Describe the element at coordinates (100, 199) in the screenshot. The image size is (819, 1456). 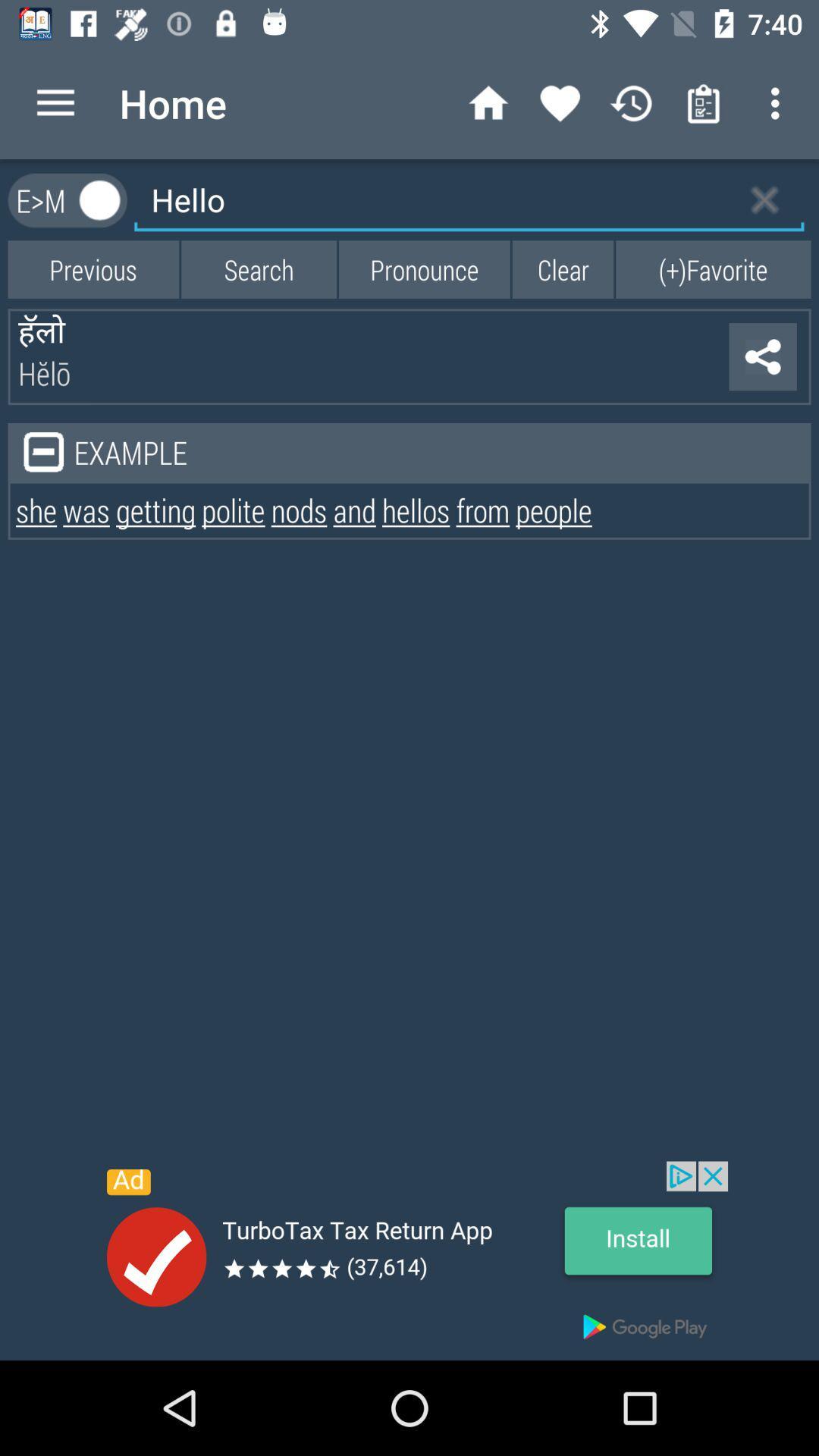
I see `option` at that location.